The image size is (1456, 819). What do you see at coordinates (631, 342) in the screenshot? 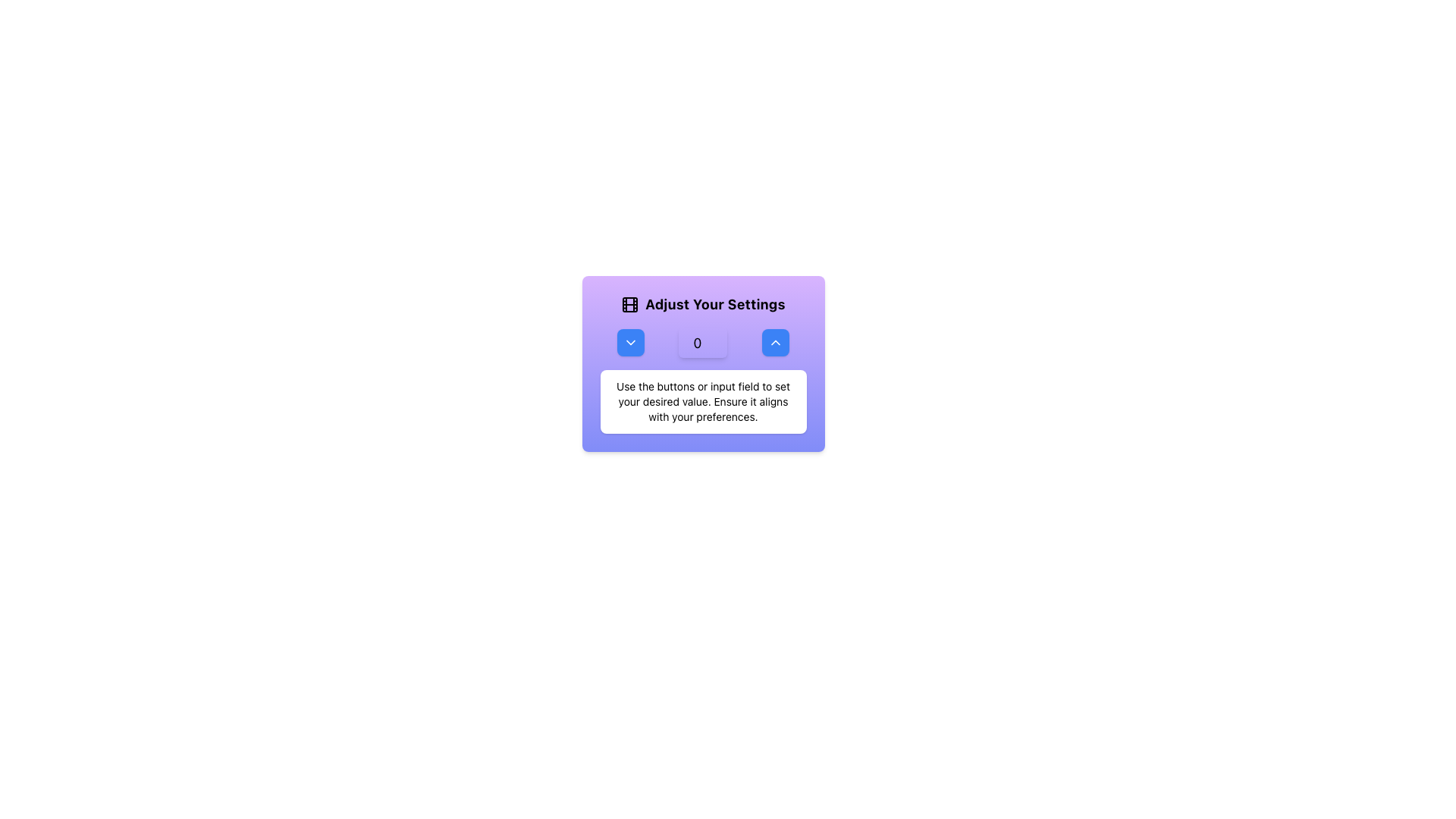
I see `the interactive button on the left side of the control interface to decrease the numeric value displayed in the adjacent input field` at bounding box center [631, 342].